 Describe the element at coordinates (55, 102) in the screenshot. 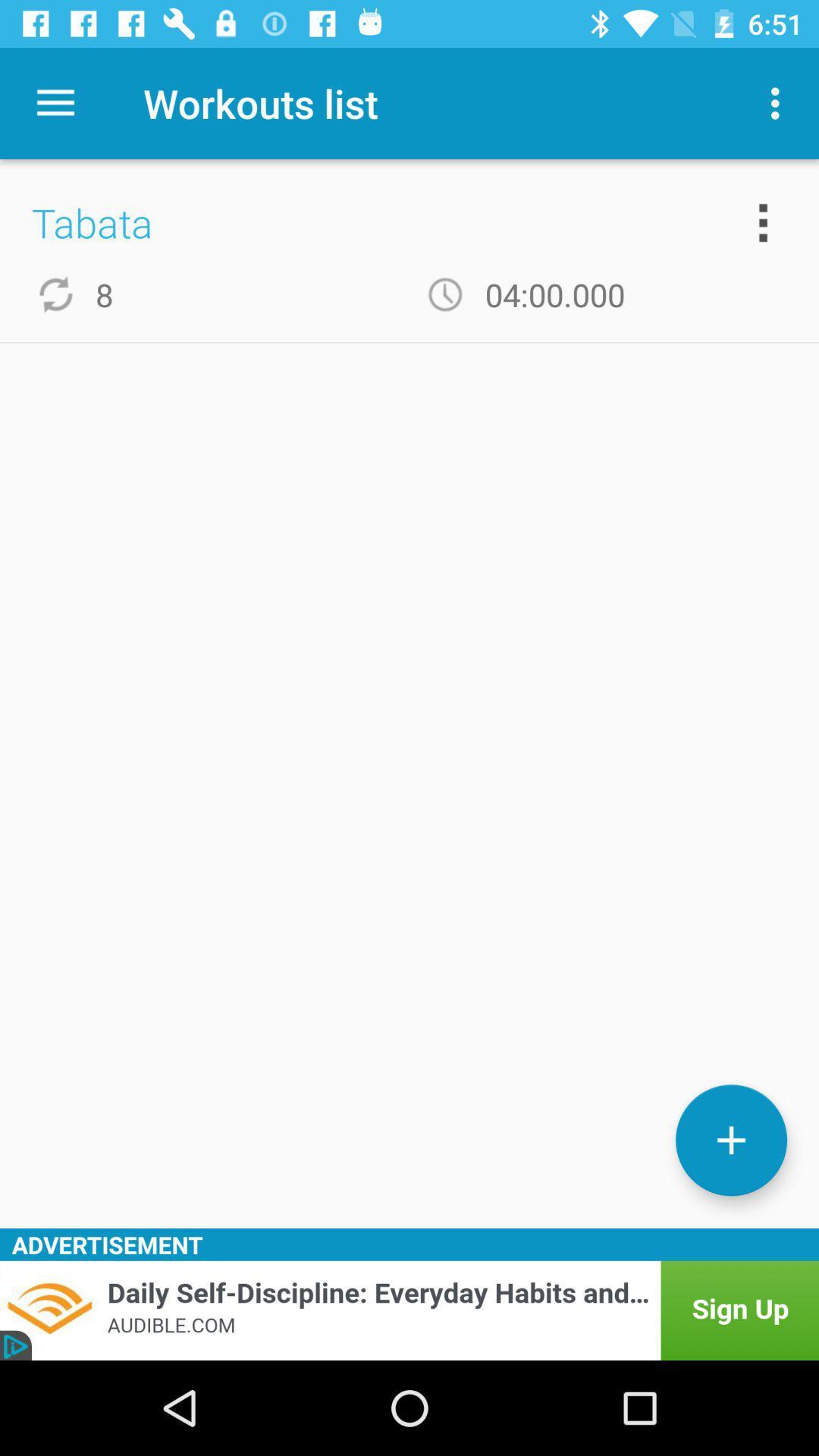

I see `the icon to the left of workouts list icon` at that location.